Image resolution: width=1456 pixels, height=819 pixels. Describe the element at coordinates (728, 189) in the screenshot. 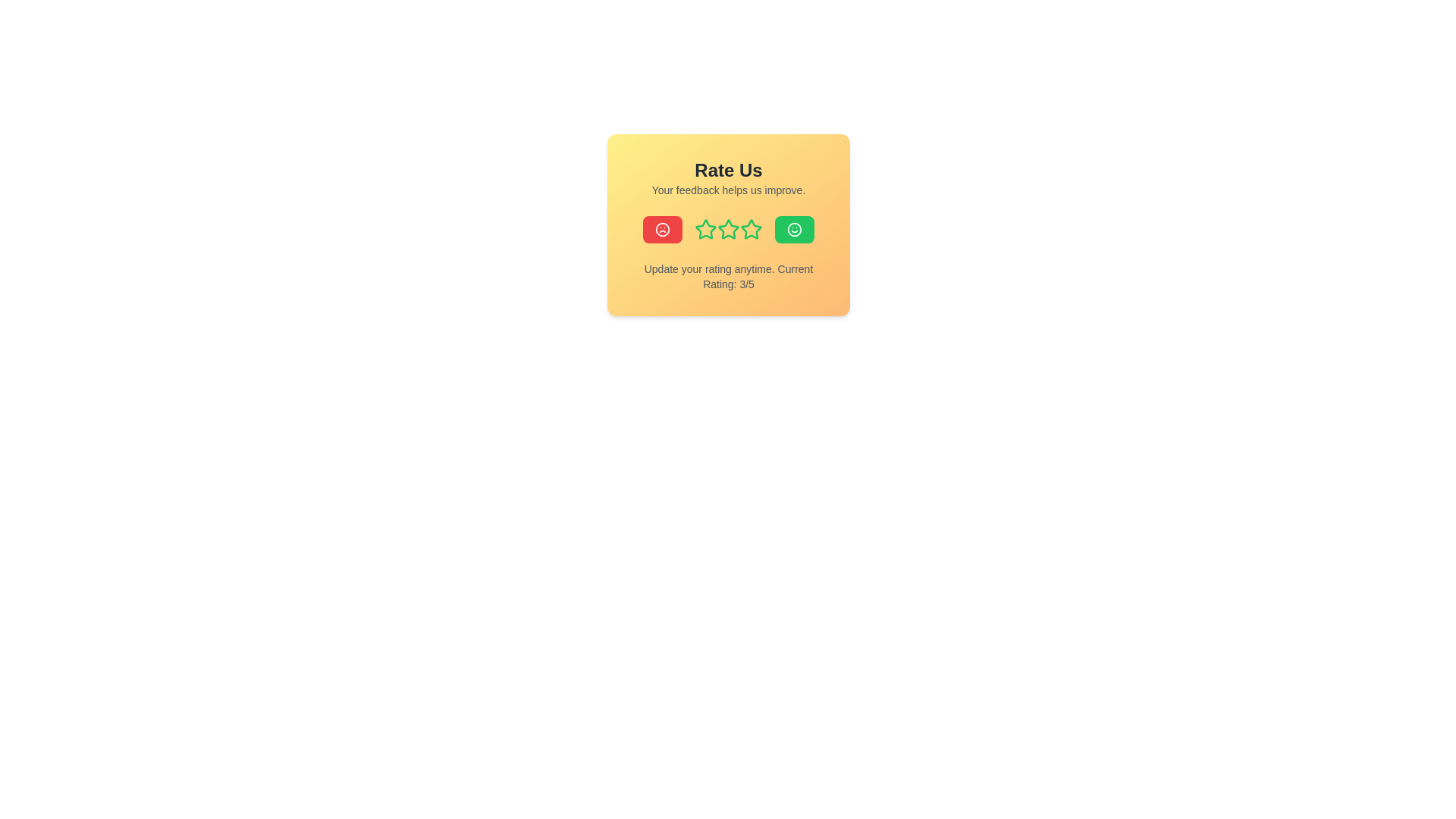

I see `the informational text located immediately below the 'Rate Us' heading to focus on it` at that location.